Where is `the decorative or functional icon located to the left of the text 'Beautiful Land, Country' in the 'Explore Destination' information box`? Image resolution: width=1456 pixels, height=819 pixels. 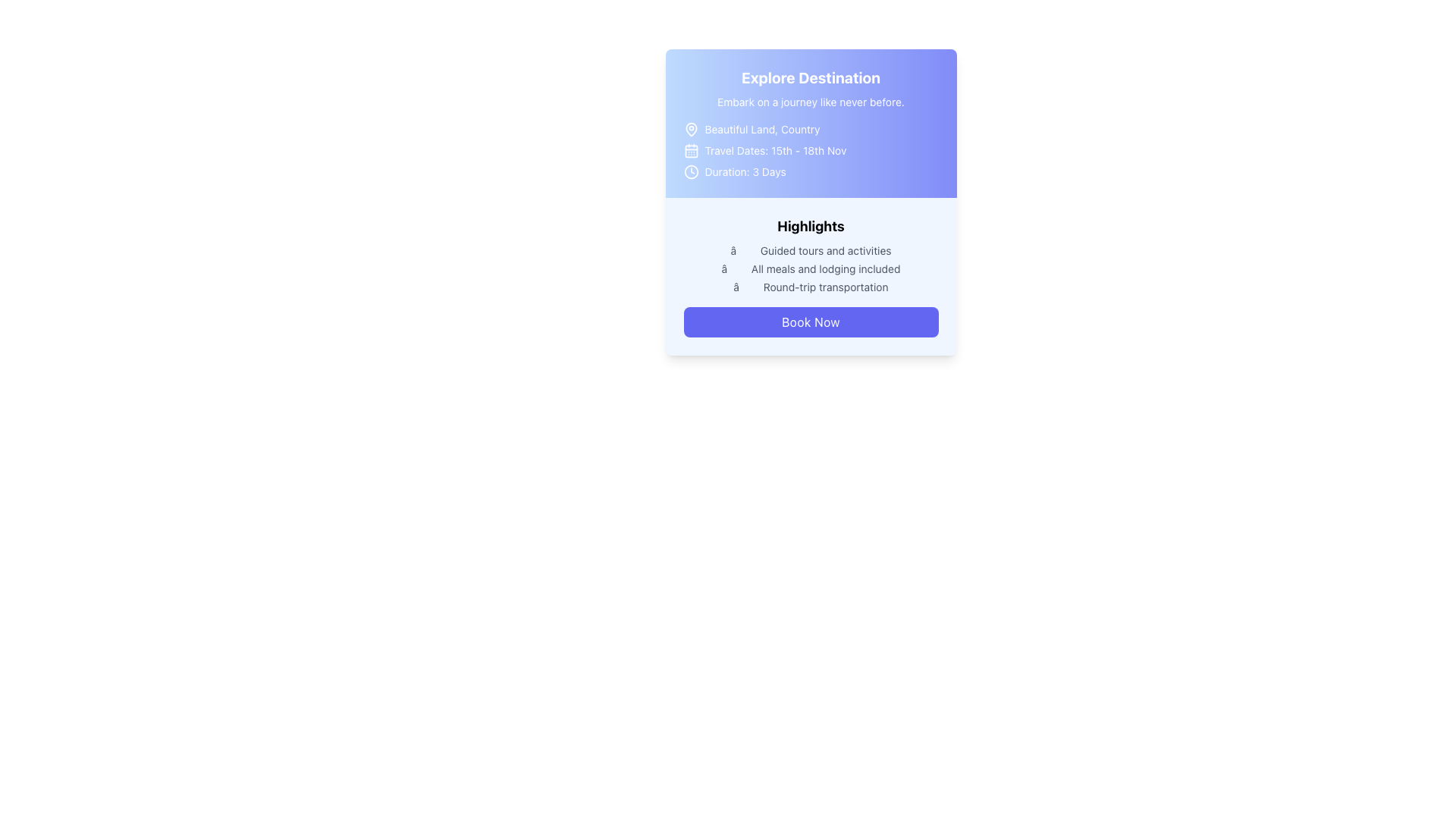 the decorative or functional icon located to the left of the text 'Beautiful Land, Country' in the 'Explore Destination' information box is located at coordinates (690, 128).